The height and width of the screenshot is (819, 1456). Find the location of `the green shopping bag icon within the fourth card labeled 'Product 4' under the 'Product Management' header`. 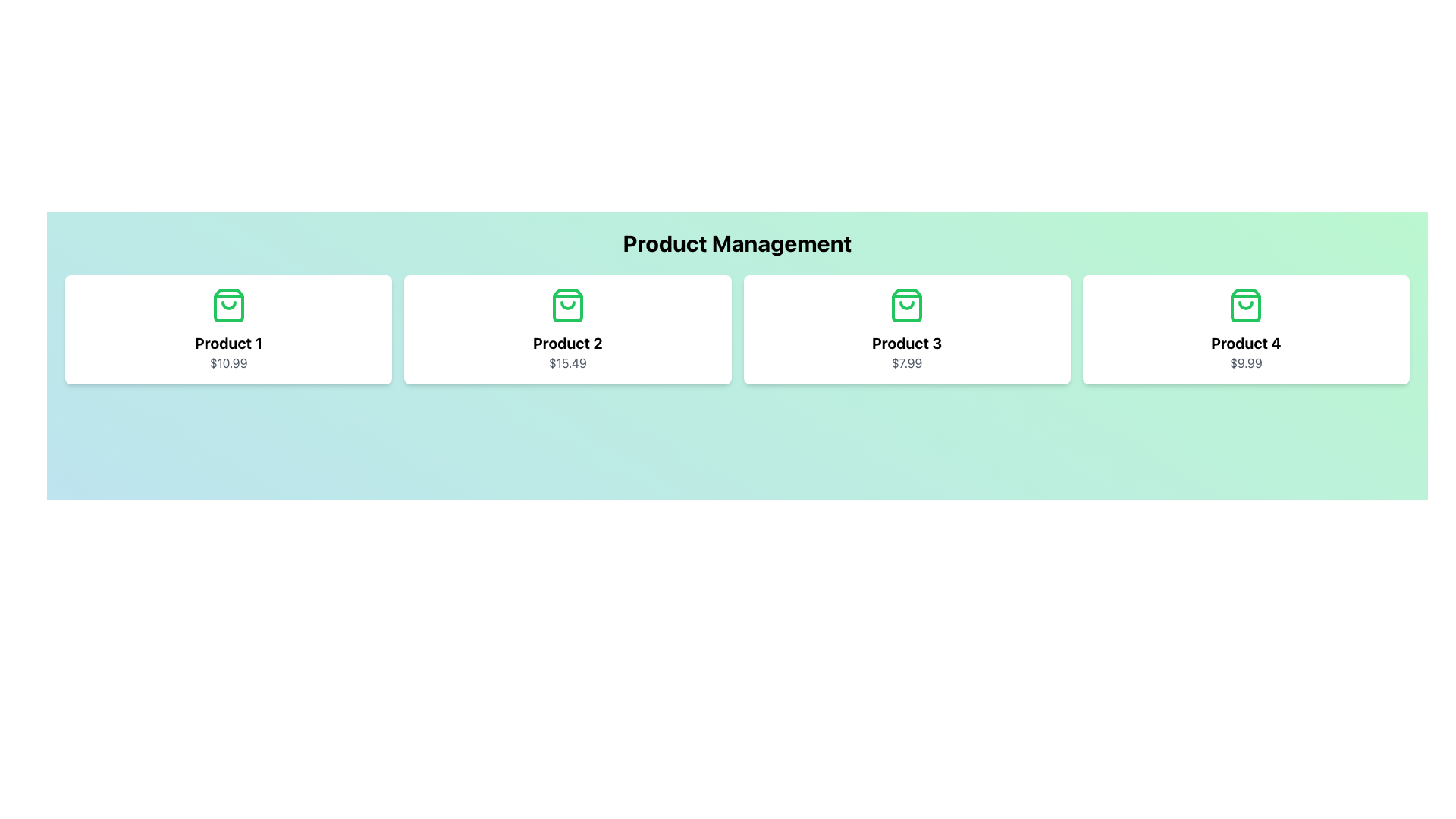

the green shopping bag icon within the fourth card labeled 'Product 4' under the 'Product Management' header is located at coordinates (1246, 305).